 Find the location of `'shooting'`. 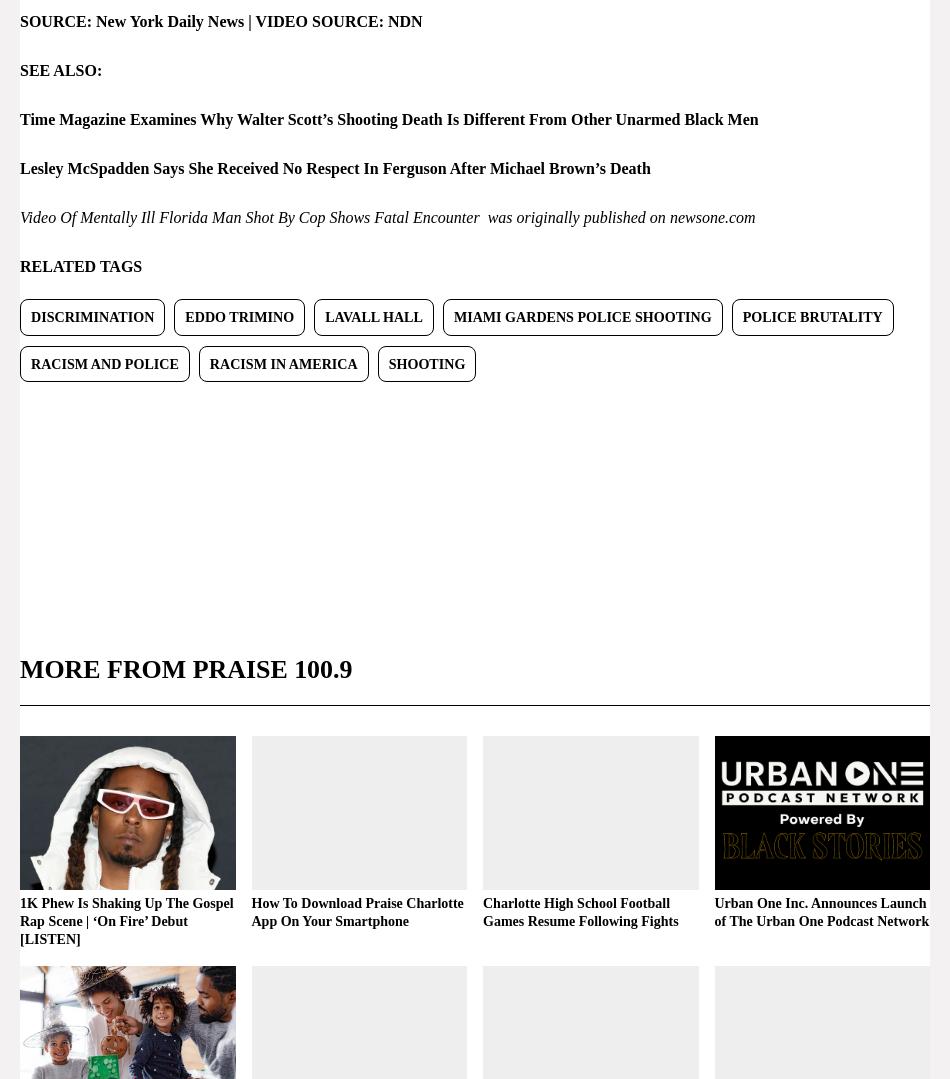

'shooting' is located at coordinates (386, 362).